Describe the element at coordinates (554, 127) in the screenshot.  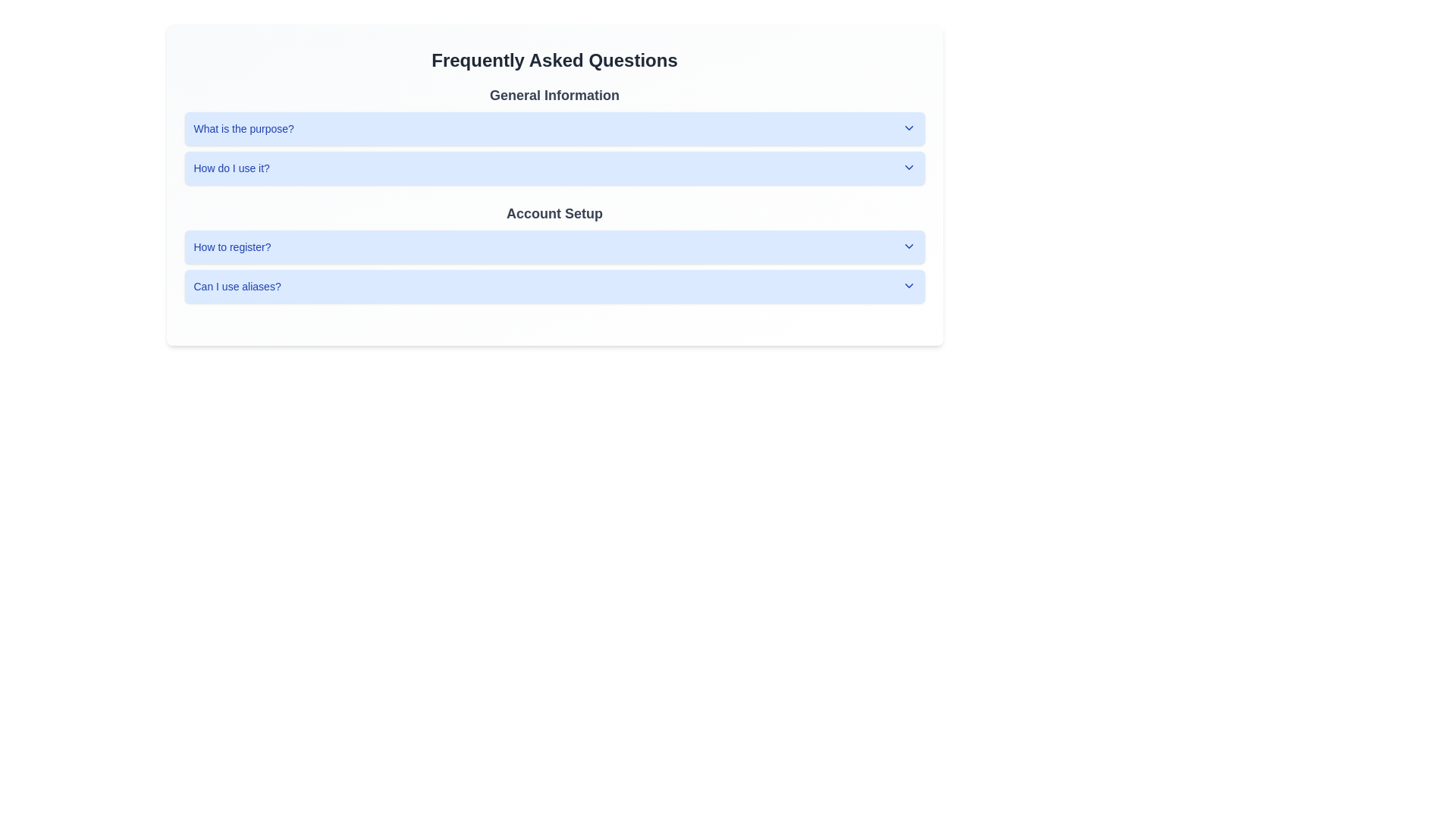
I see `the first button under the 'General Information' section` at that location.